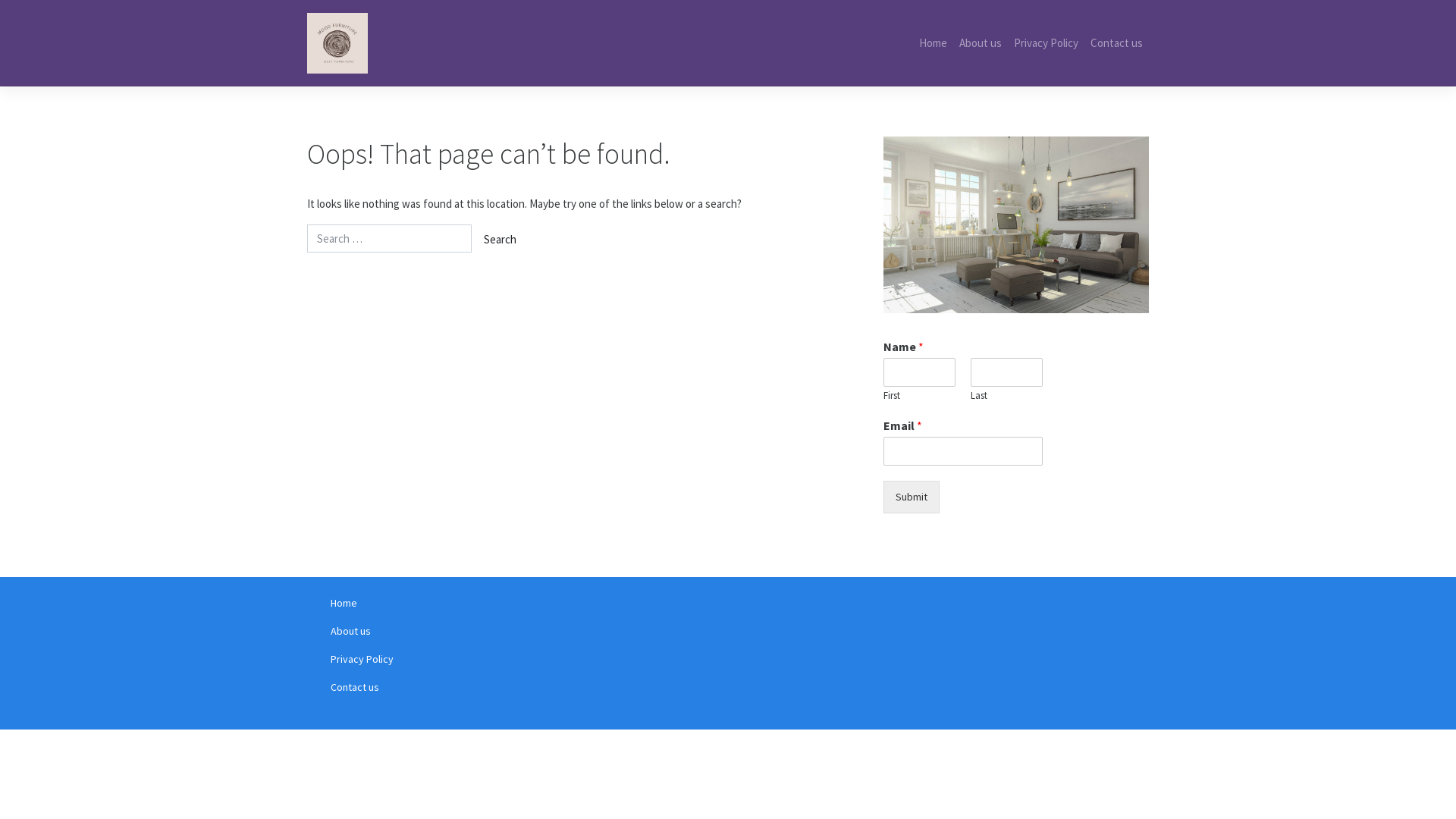  What do you see at coordinates (980, 42) in the screenshot?
I see `'About us'` at bounding box center [980, 42].